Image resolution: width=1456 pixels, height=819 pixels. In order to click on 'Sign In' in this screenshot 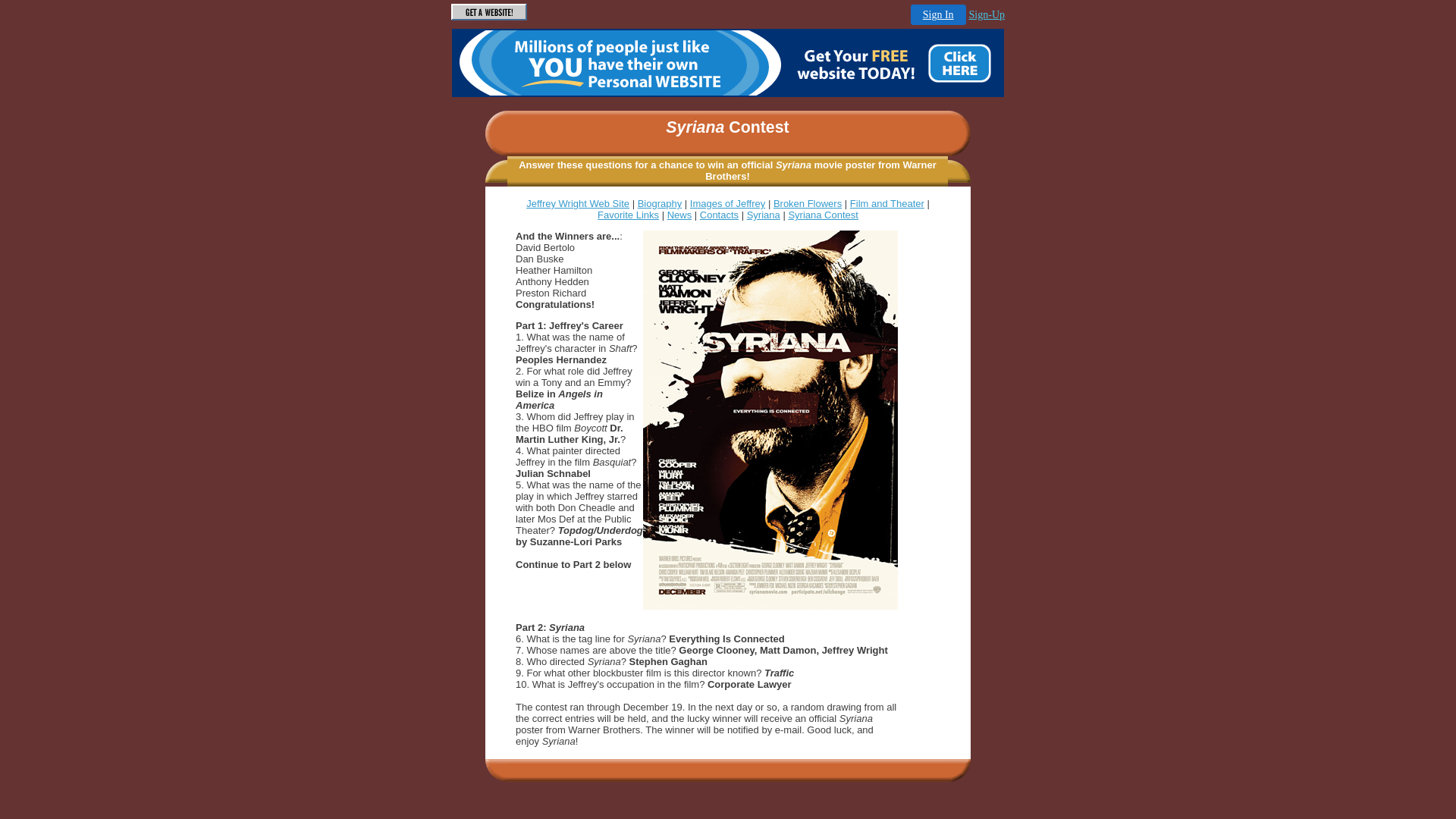, I will do `click(910, 14)`.